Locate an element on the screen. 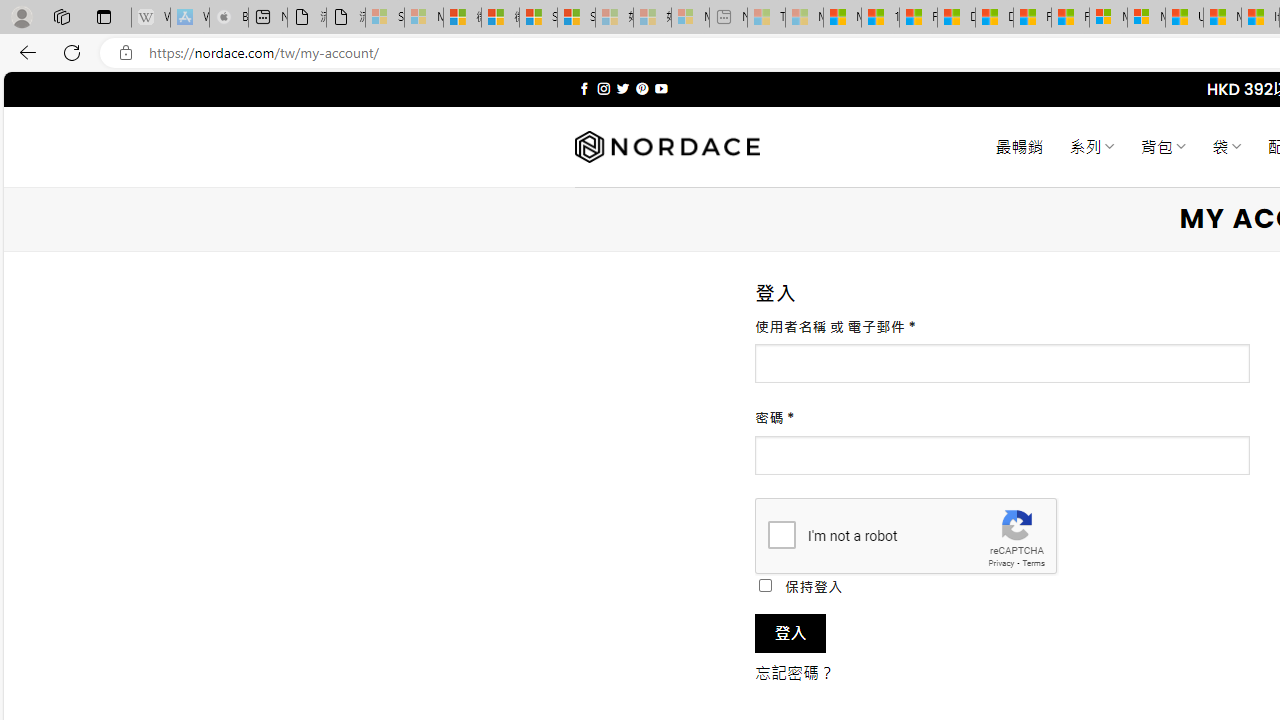 The height and width of the screenshot is (720, 1280). 'Terms' is located at coordinates (1033, 563).